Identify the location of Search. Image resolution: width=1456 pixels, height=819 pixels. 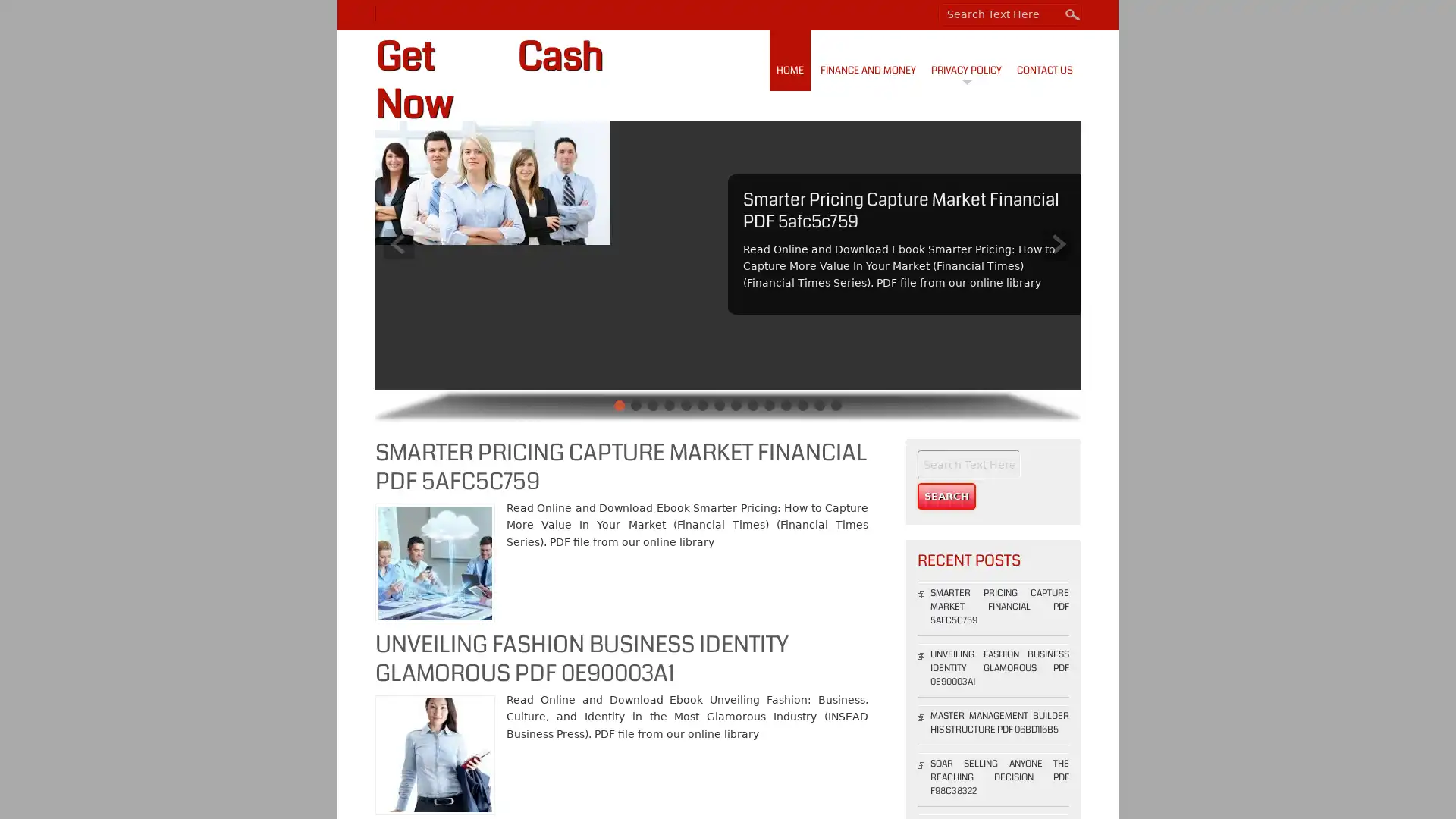
(946, 496).